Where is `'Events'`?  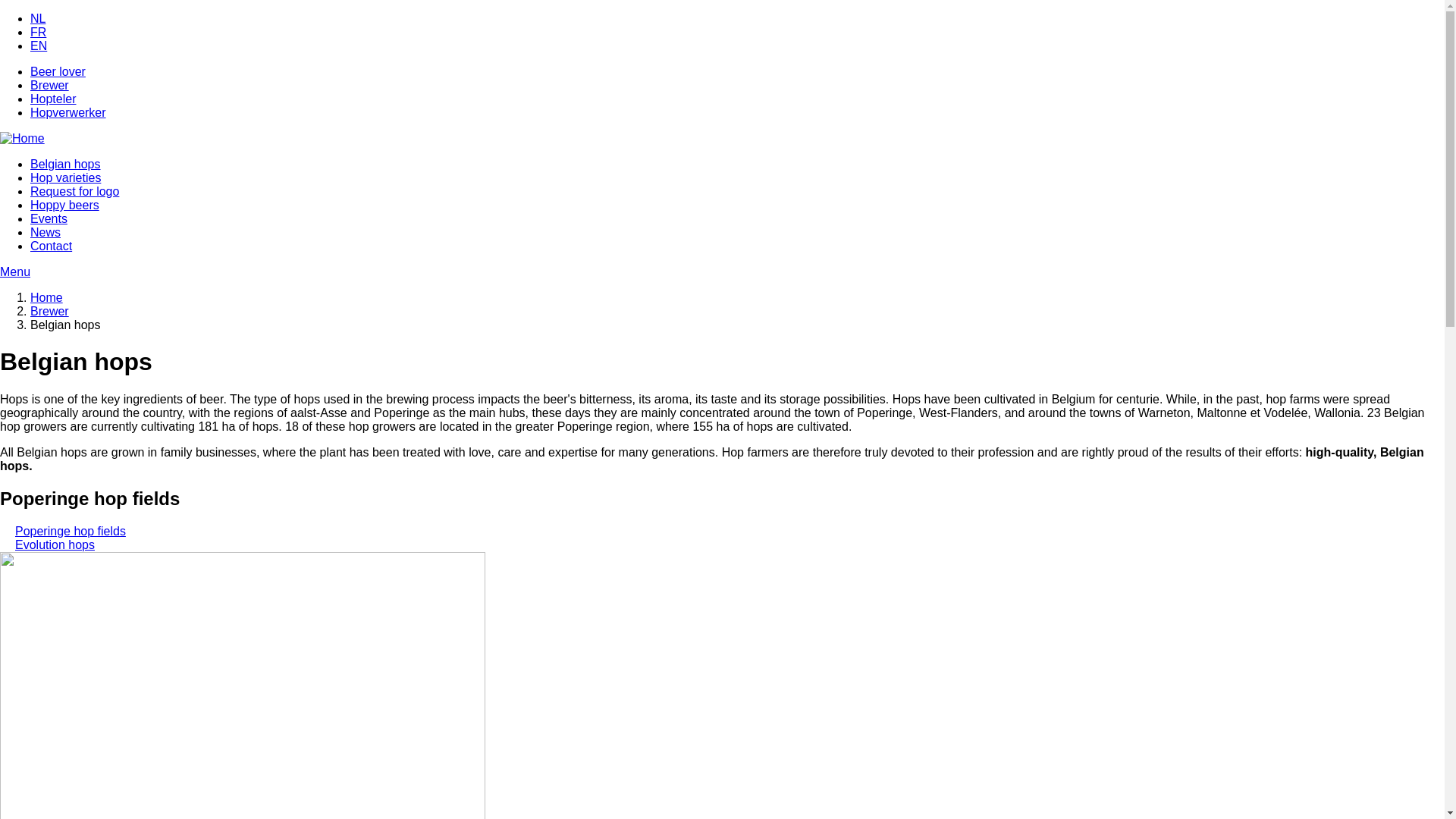
'Events' is located at coordinates (49, 218).